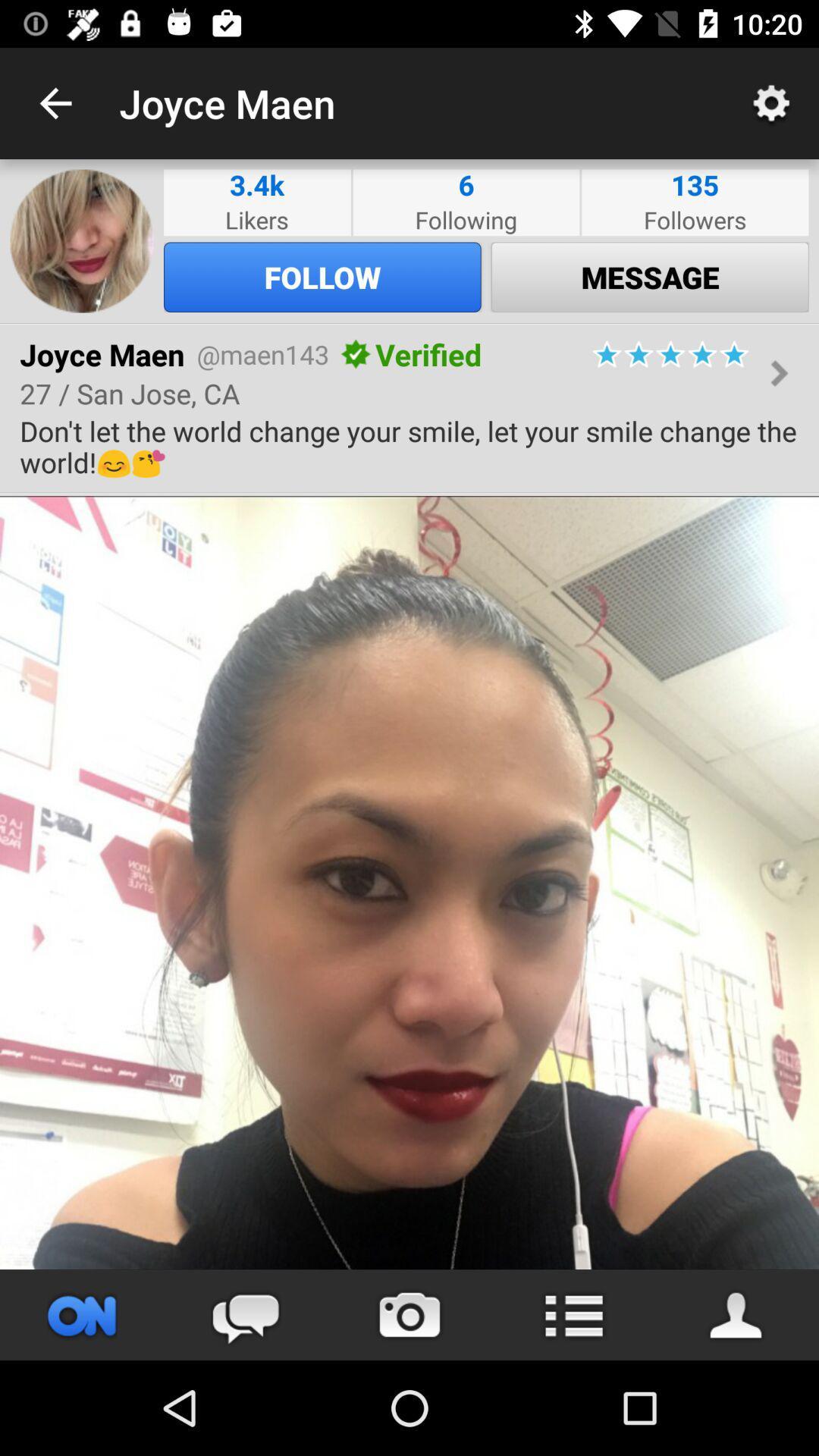 This screenshot has height=1456, width=819. Describe the element at coordinates (129, 393) in the screenshot. I see `27 san jose item` at that location.